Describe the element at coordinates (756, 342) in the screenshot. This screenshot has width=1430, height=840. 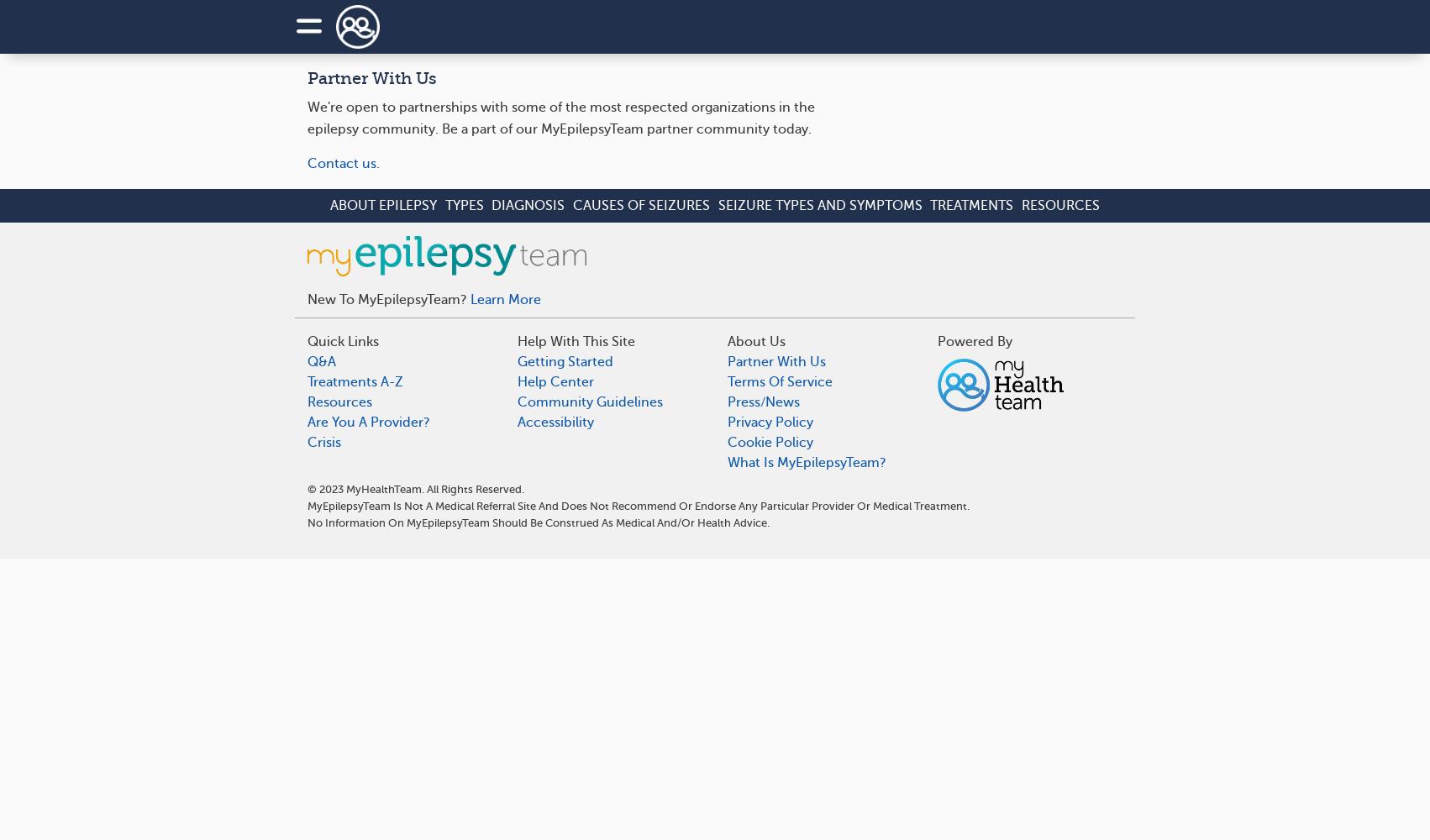
I see `'About Us'` at that location.